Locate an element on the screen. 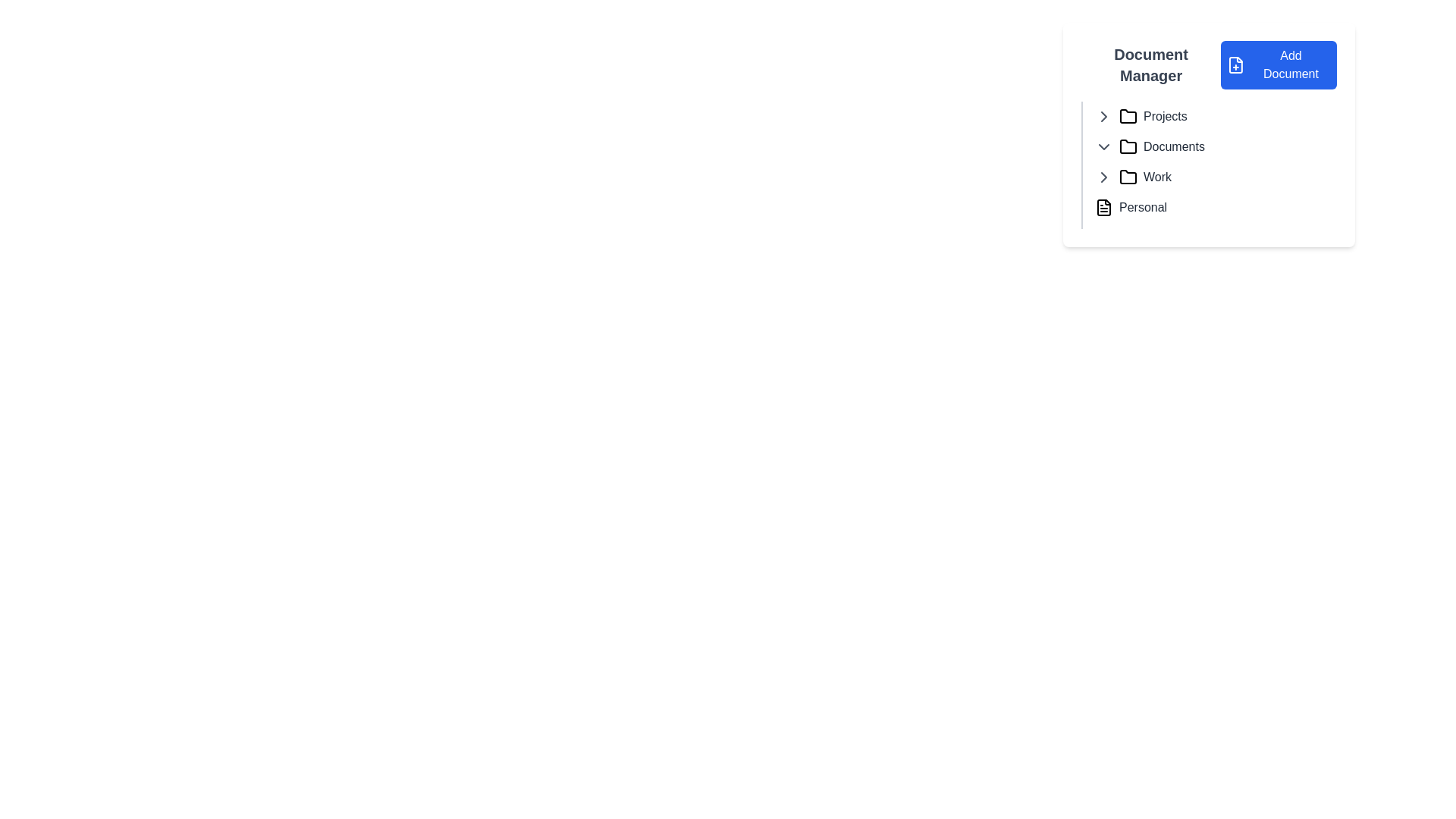 The image size is (1456, 819). text label that serves as the title or header for the section, positioned to the left of the 'Add Document' button is located at coordinates (1151, 64).